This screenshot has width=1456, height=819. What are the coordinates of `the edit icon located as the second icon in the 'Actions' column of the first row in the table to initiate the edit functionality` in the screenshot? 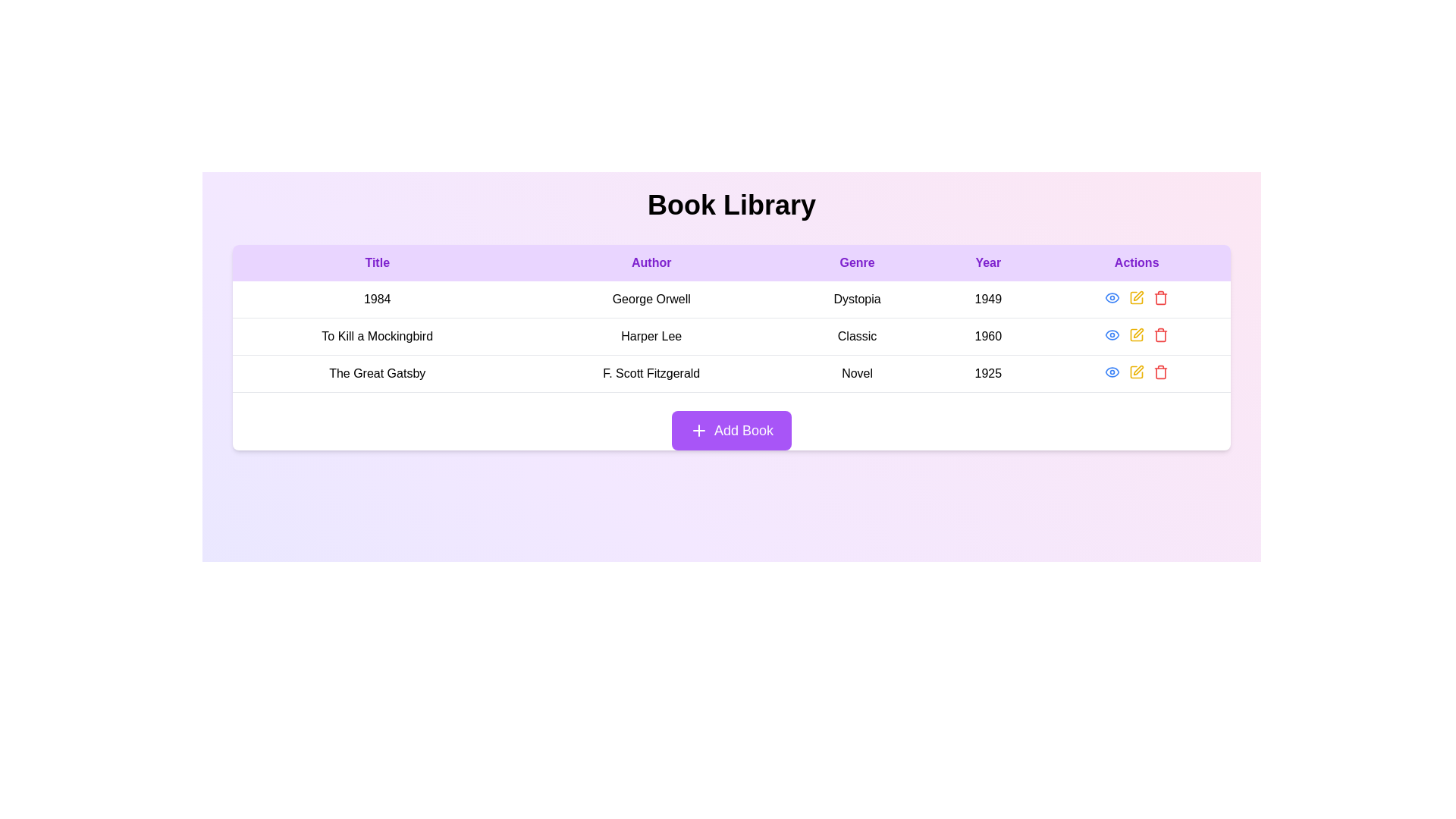 It's located at (1136, 298).